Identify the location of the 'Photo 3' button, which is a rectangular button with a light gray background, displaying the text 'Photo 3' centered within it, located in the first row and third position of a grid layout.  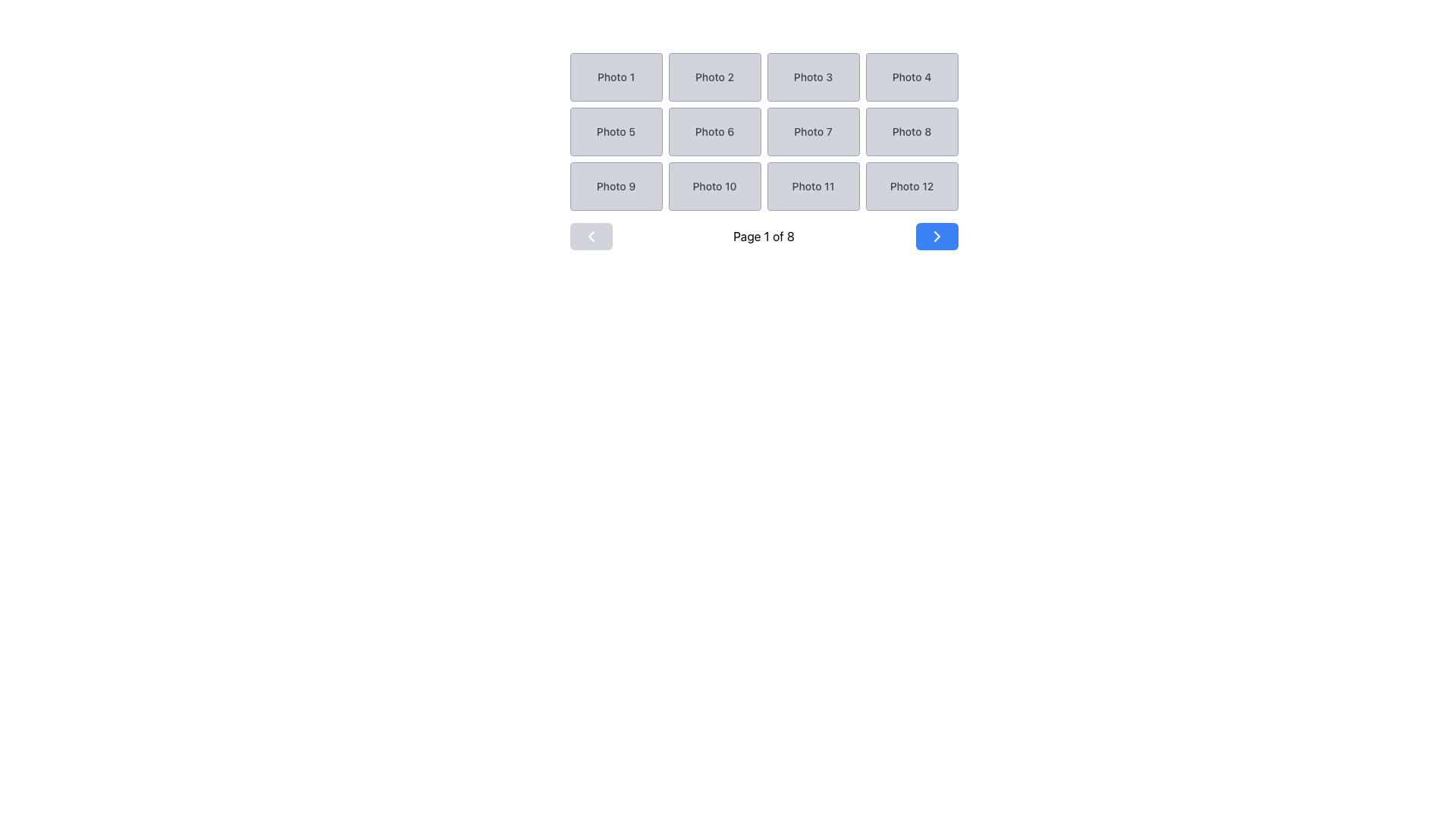
(812, 77).